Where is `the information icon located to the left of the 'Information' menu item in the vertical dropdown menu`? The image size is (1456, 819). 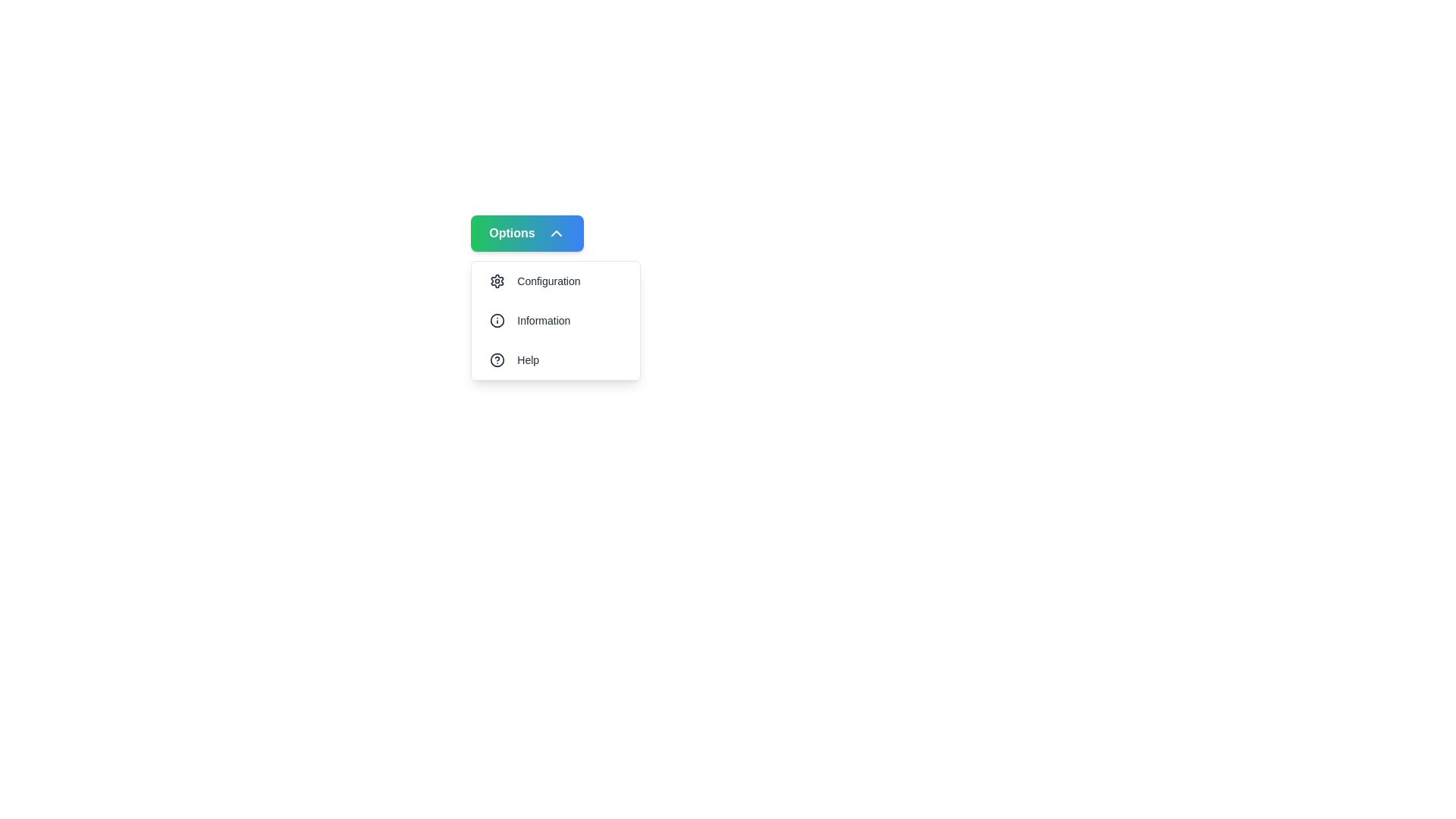
the information icon located to the left of the 'Information' menu item in the vertical dropdown menu is located at coordinates (497, 320).